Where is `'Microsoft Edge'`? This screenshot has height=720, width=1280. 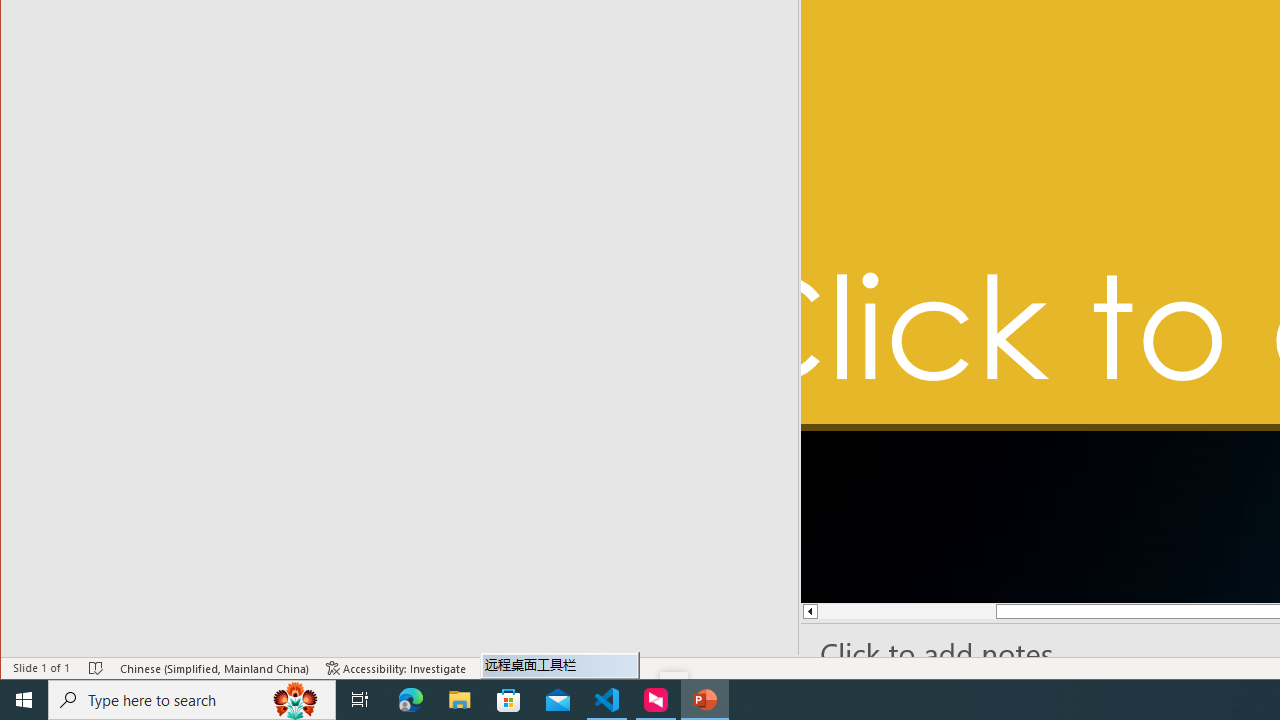
'Microsoft Edge' is located at coordinates (410, 698).